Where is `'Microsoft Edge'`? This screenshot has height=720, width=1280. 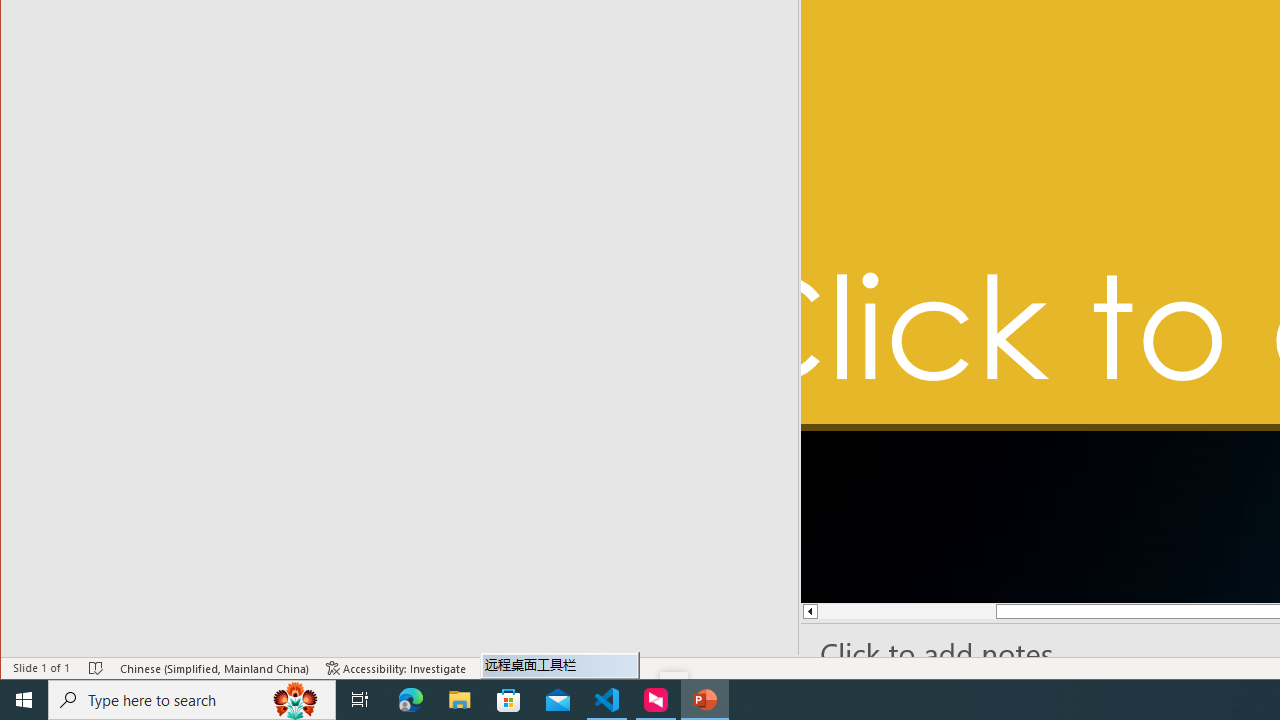
'Microsoft Edge' is located at coordinates (410, 698).